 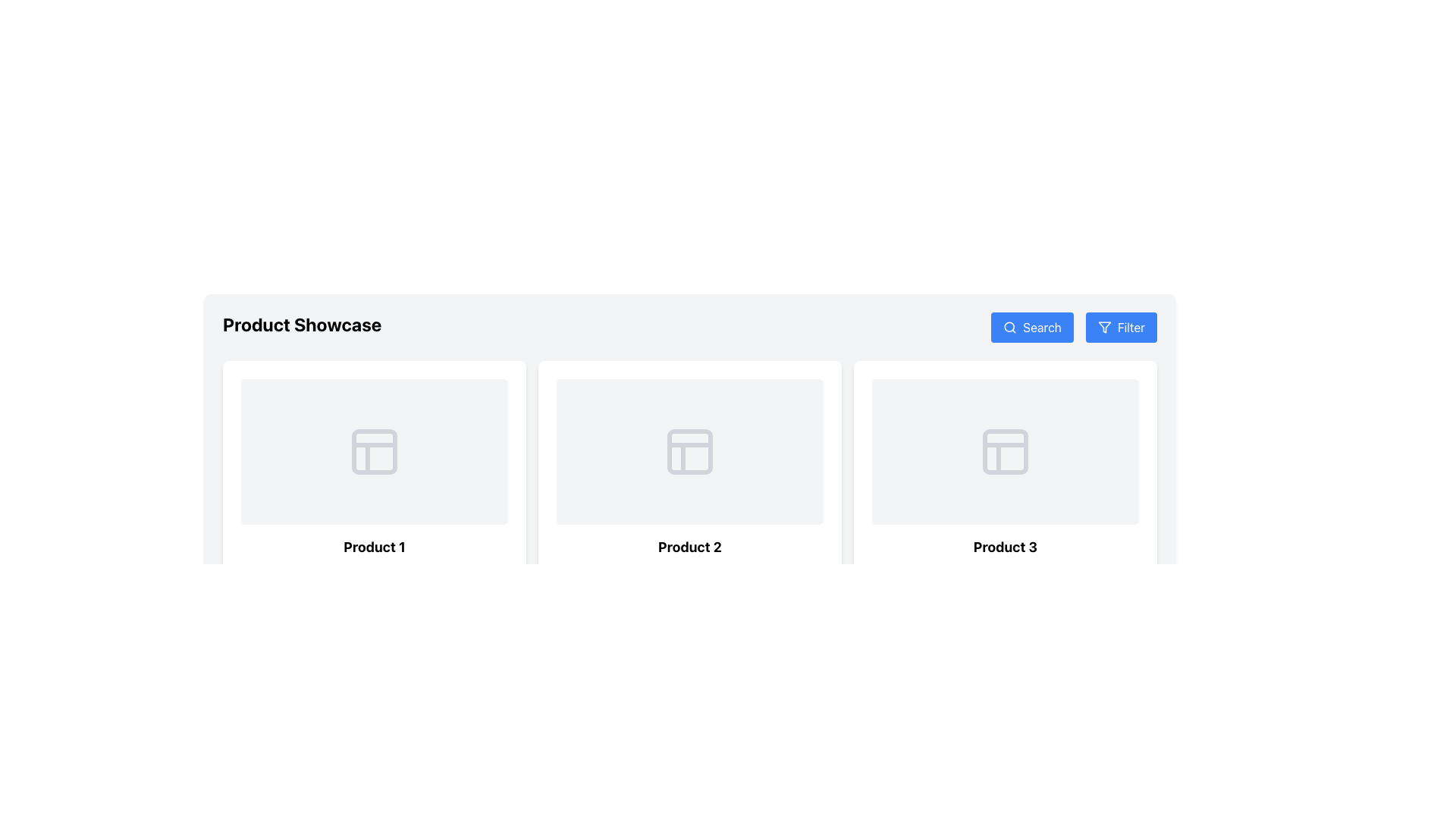 What do you see at coordinates (1010, 327) in the screenshot?
I see `the search icon located within the 'Search' button in the top-right toolbar to initiate the search function` at bounding box center [1010, 327].